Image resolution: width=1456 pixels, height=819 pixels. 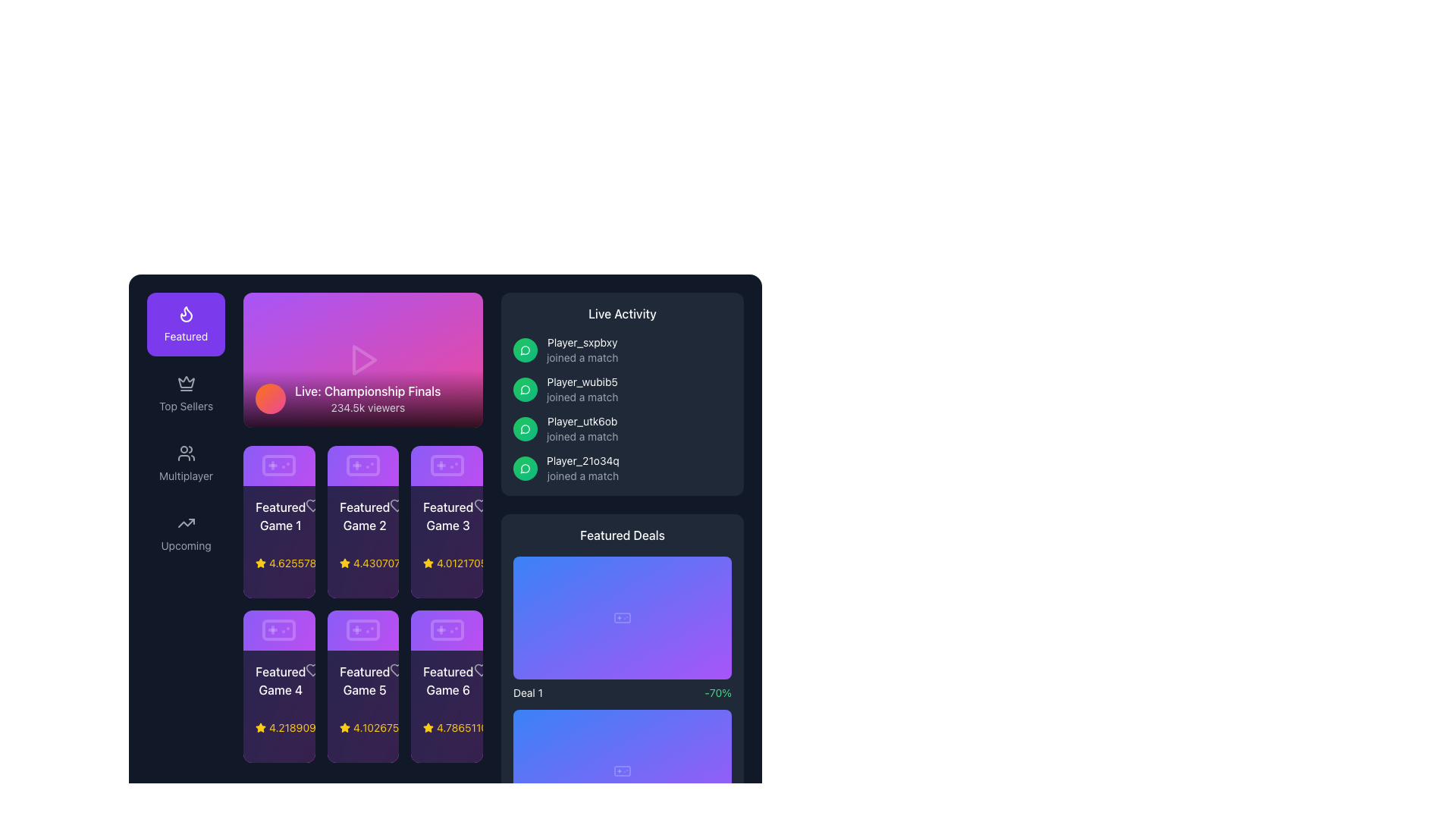 I want to click on the descriptive Text label located below the 'Player_wubib5' text in the 'Live Activity' panel, so click(x=582, y=397).